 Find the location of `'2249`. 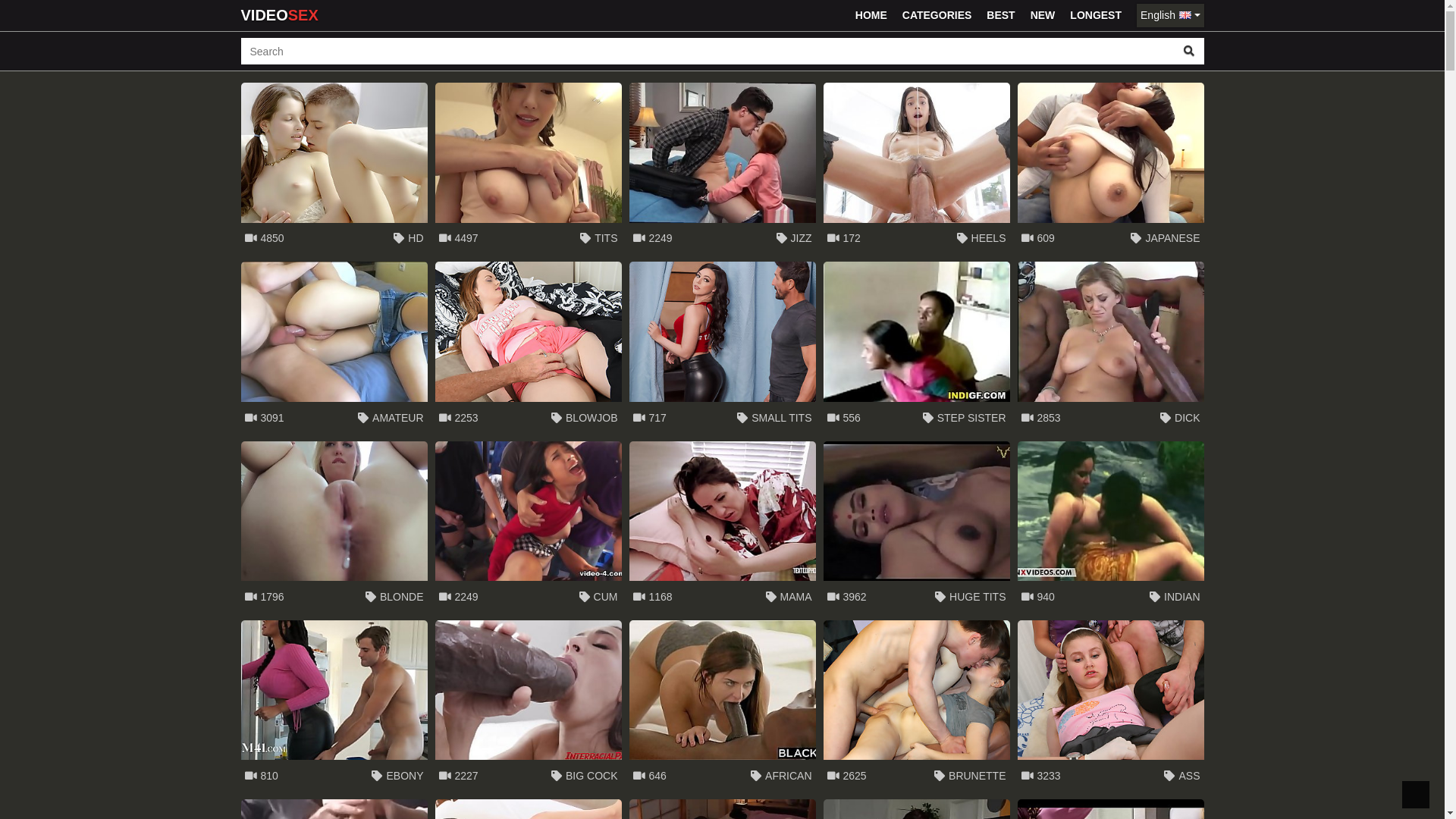

'2249 is located at coordinates (722, 168).